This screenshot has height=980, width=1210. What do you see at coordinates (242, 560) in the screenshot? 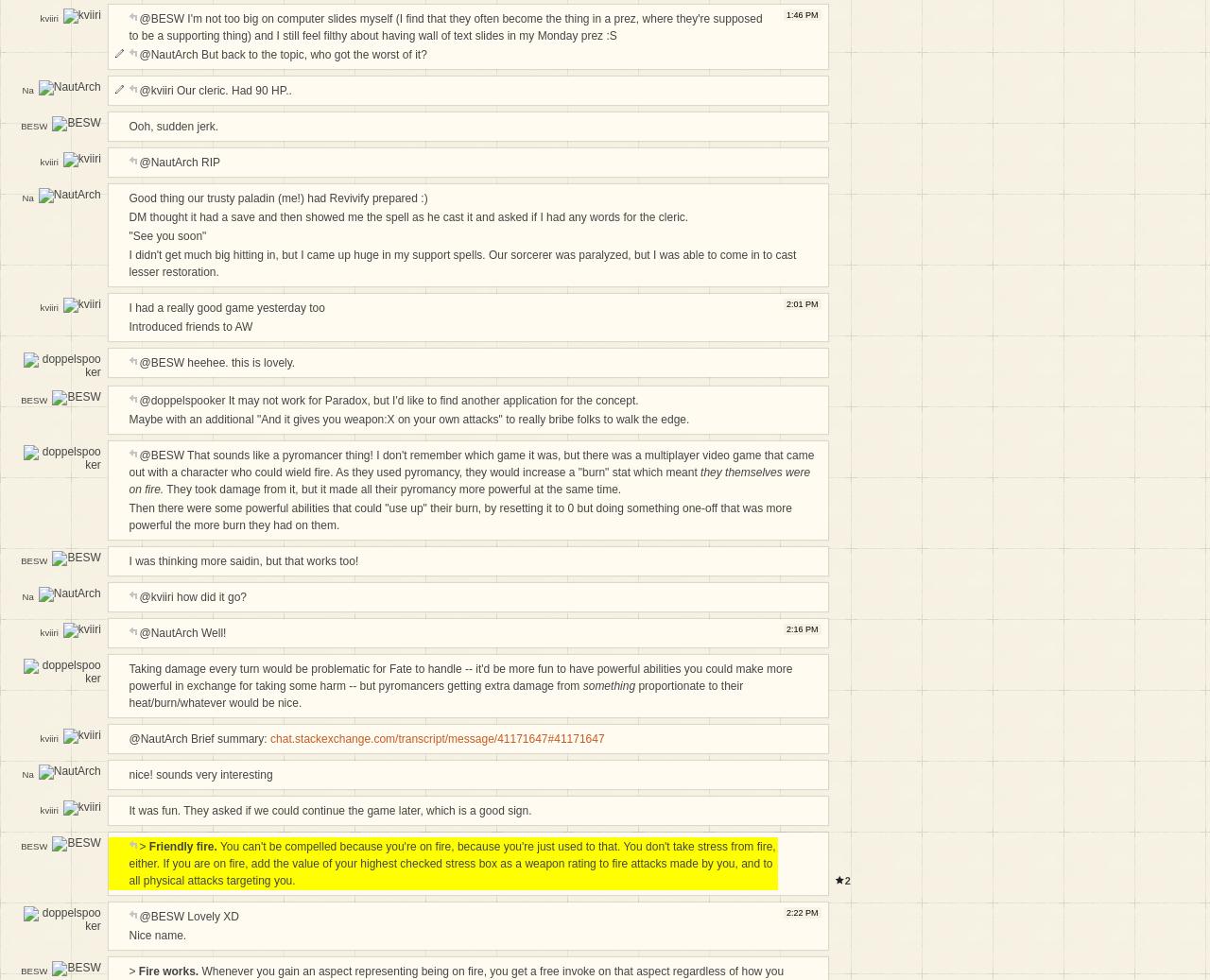
I see `'I was thinking more saidin, but that works too!'` at bounding box center [242, 560].